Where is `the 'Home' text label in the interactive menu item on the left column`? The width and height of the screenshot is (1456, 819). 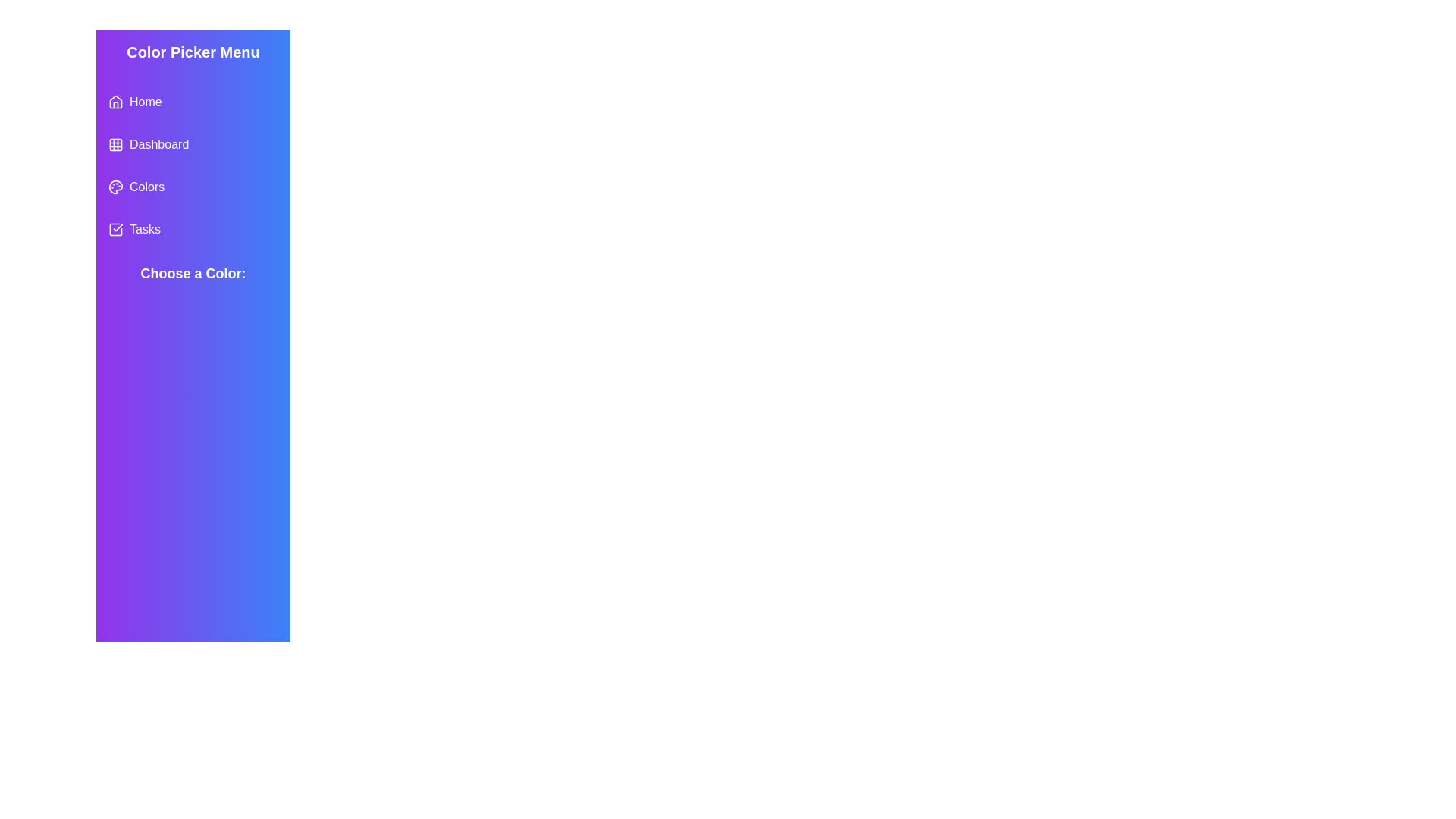
the 'Home' text label in the interactive menu item on the left column is located at coordinates (146, 102).